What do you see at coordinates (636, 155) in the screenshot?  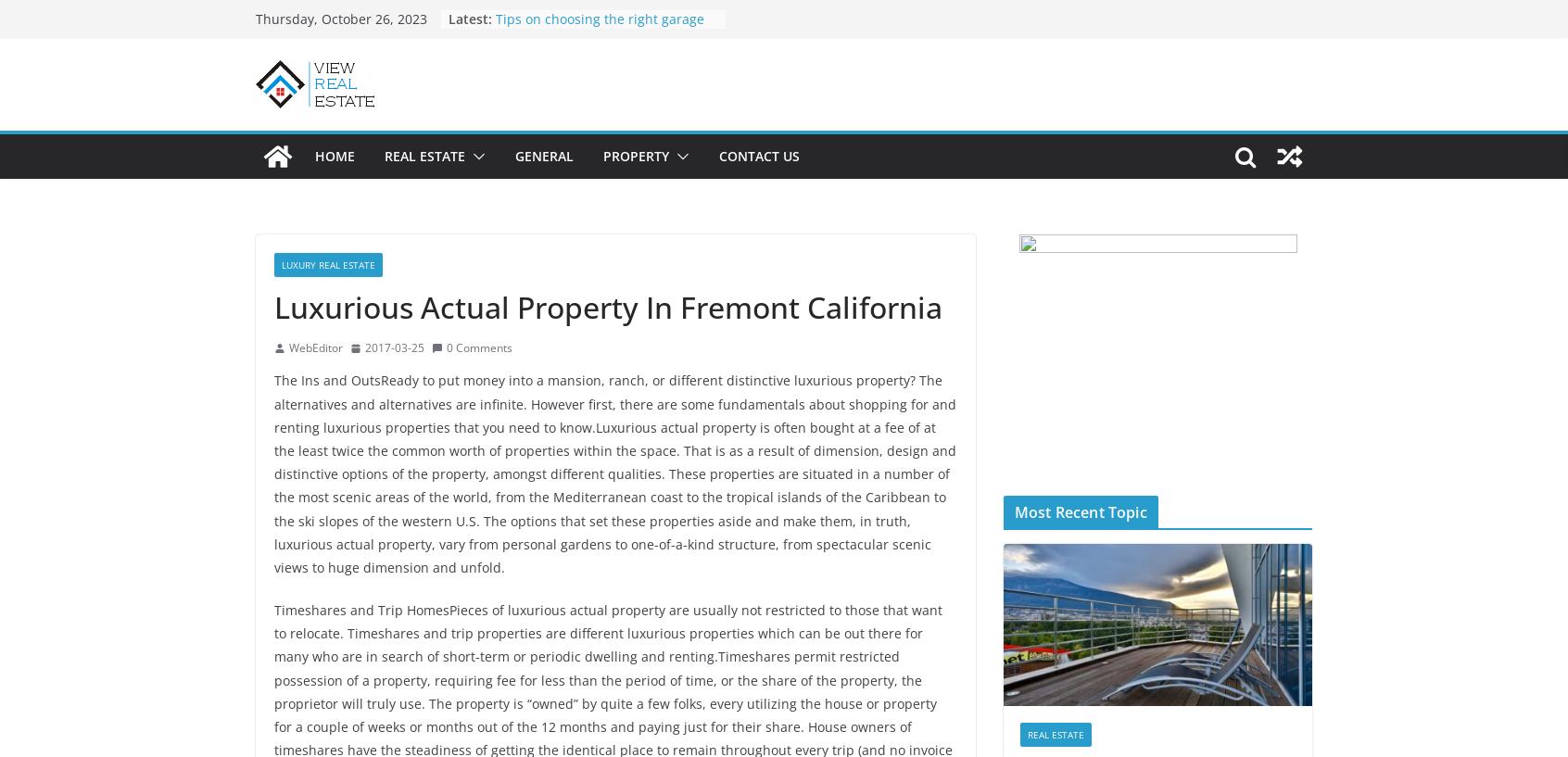 I see `'Property'` at bounding box center [636, 155].